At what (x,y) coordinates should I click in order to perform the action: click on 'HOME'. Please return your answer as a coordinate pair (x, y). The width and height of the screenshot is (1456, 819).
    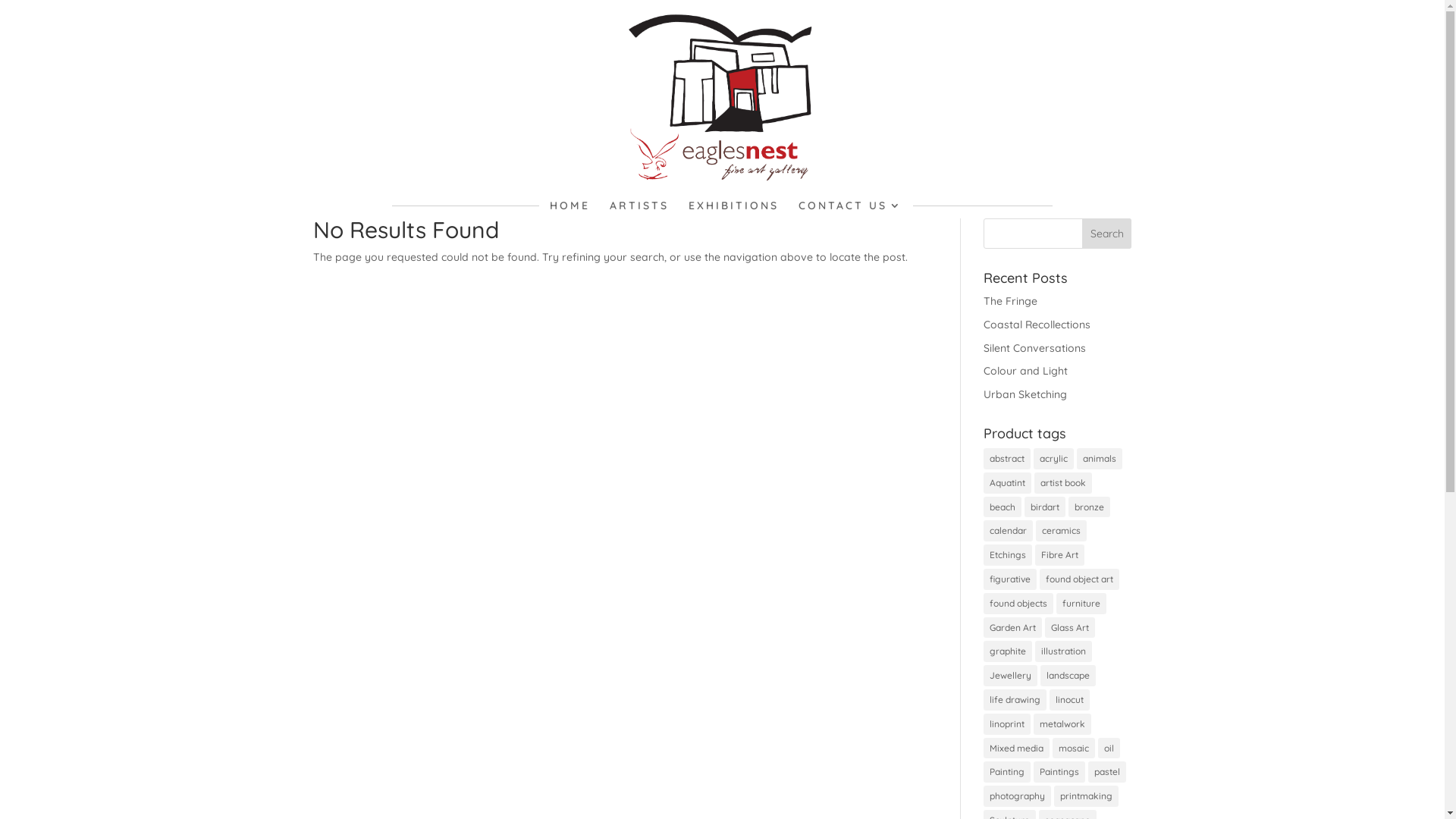
    Looking at the image, I should click on (569, 209).